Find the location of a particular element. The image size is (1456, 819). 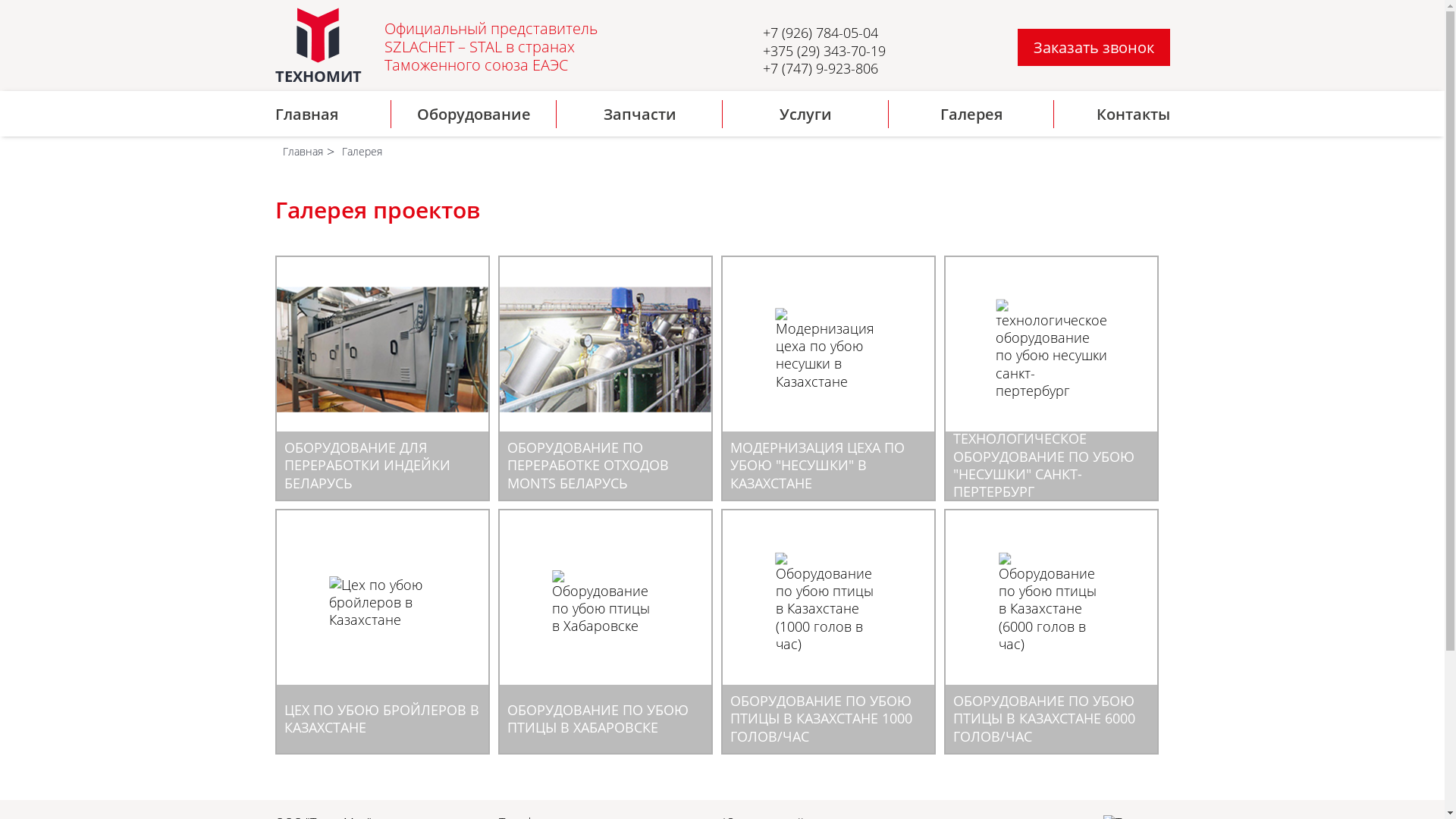

'+7 (747) 9-923-806' is located at coordinates (819, 67).